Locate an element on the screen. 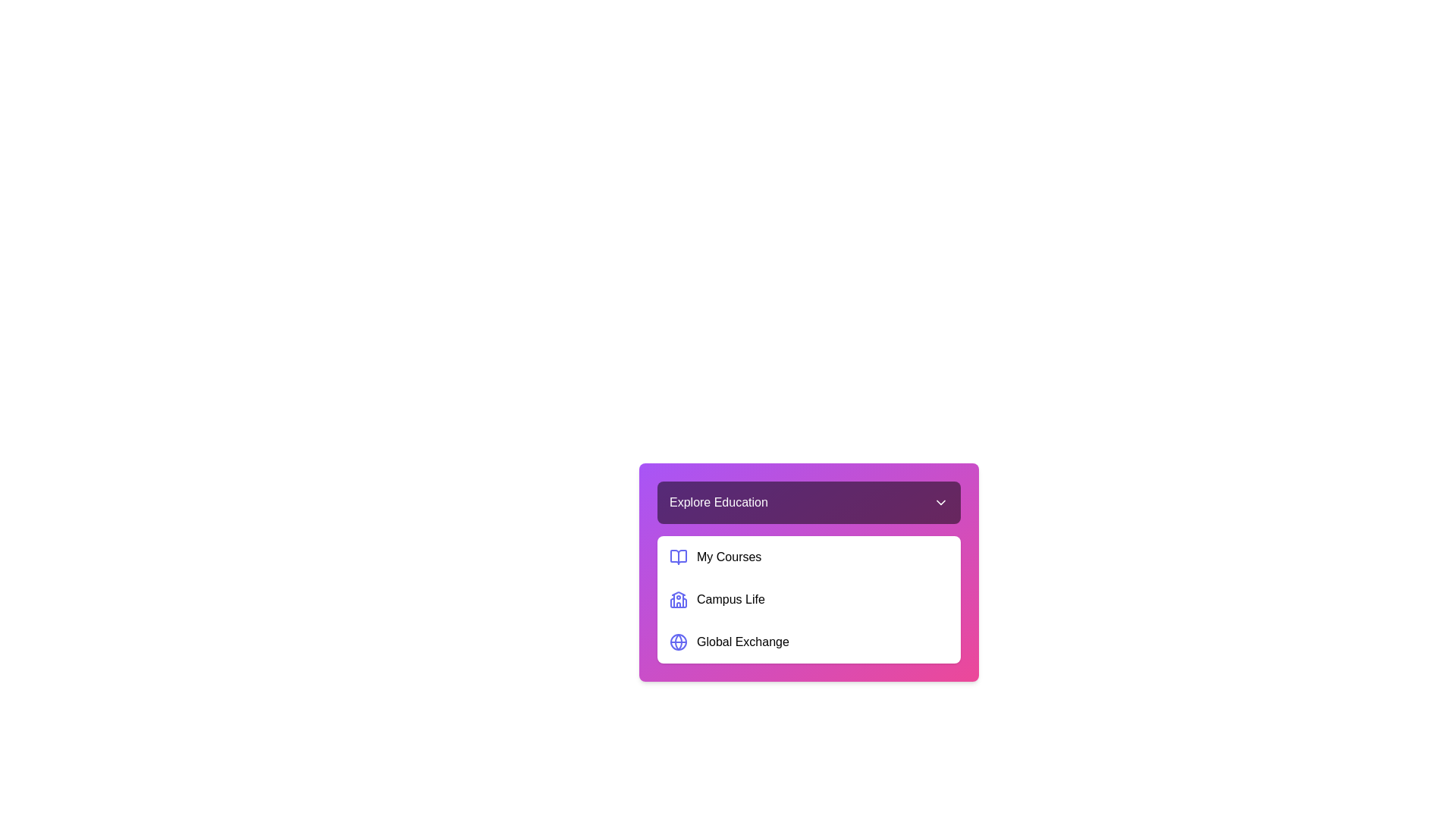  the right-hand page of the open book icon is located at coordinates (677, 557).